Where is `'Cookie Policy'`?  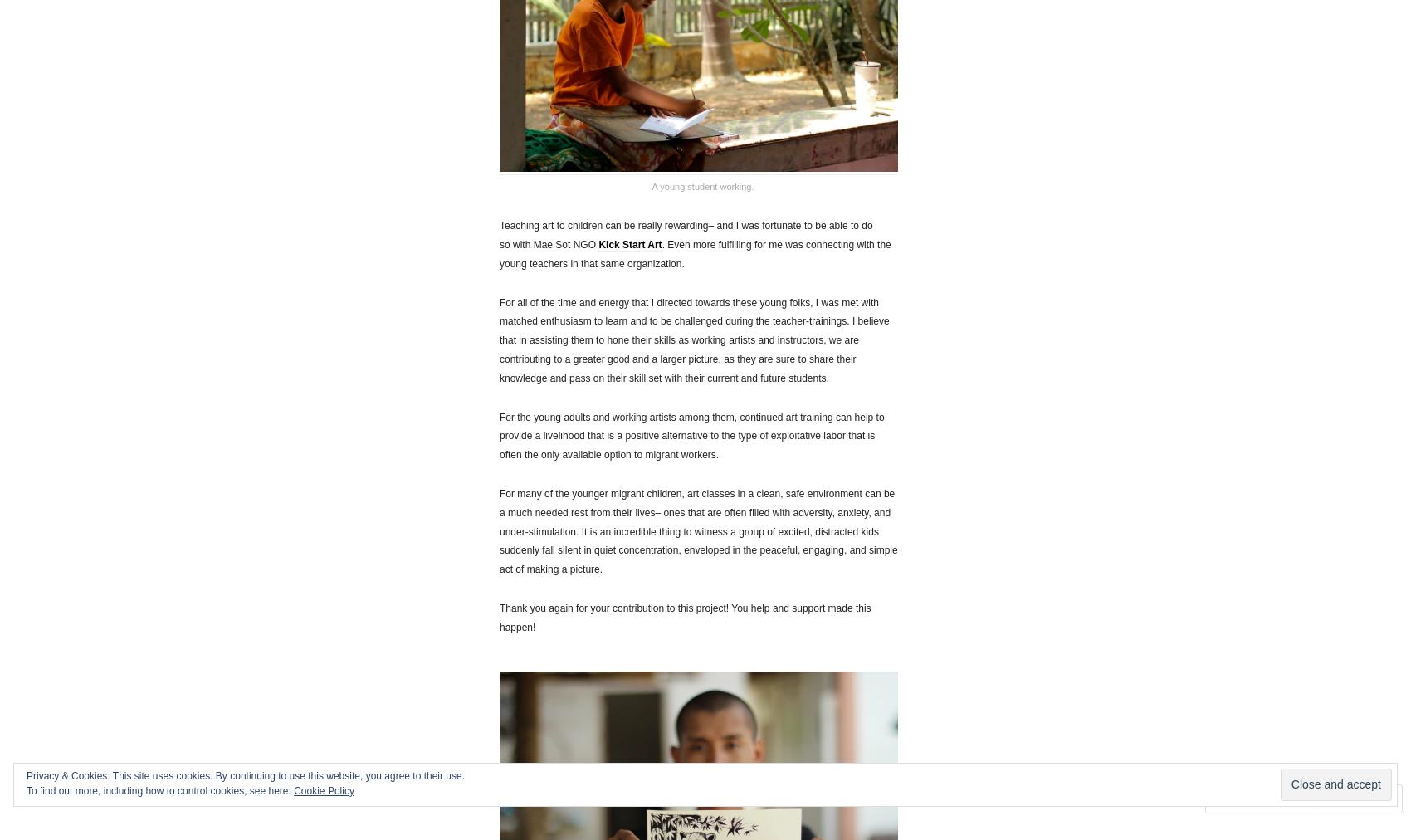 'Cookie Policy' is located at coordinates (322, 791).